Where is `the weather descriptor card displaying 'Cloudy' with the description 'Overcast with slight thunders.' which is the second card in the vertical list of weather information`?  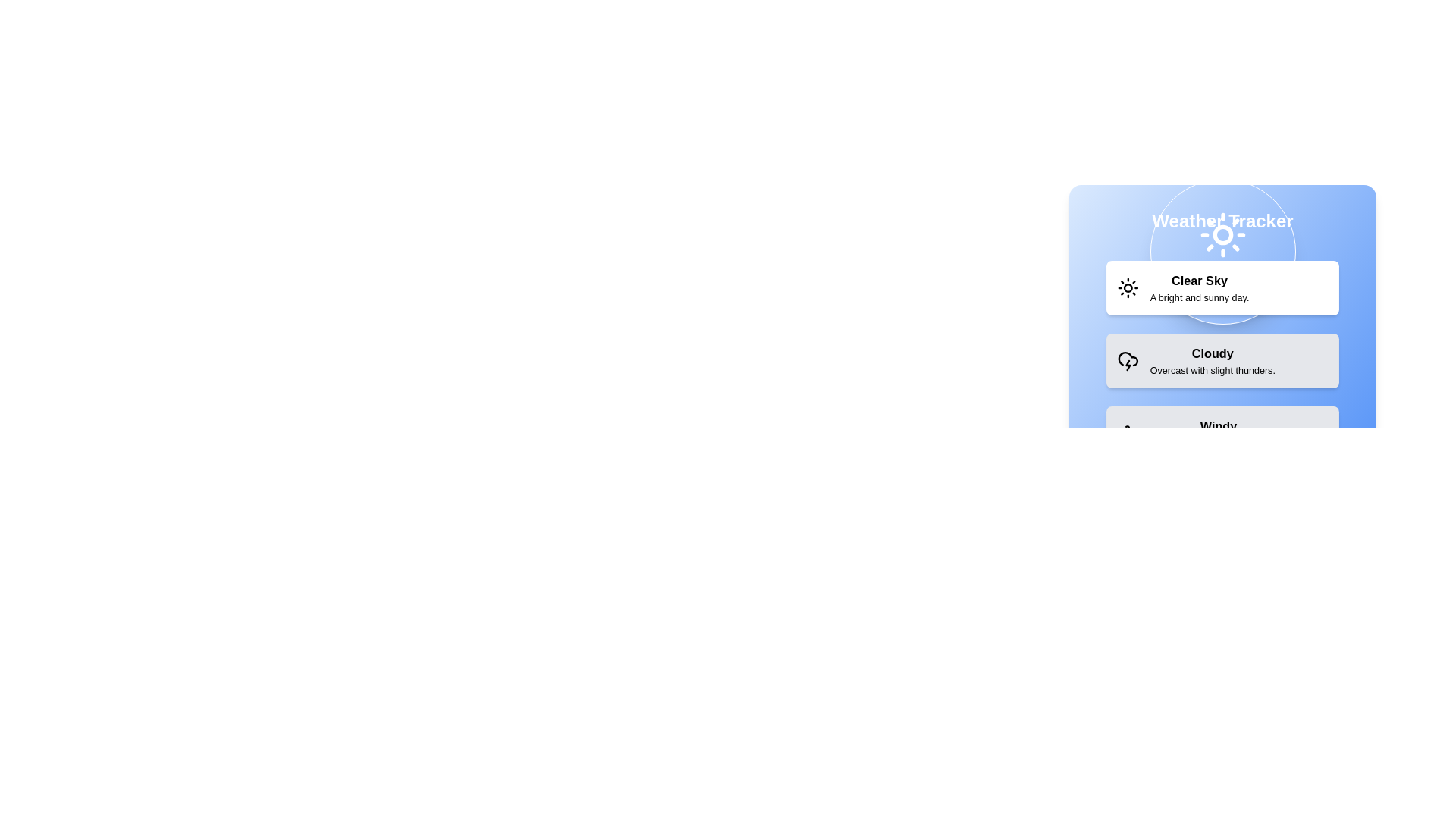 the weather descriptor card displaying 'Cloudy' with the description 'Overcast with slight thunders.' which is the second card in the vertical list of weather information is located at coordinates (1212, 360).